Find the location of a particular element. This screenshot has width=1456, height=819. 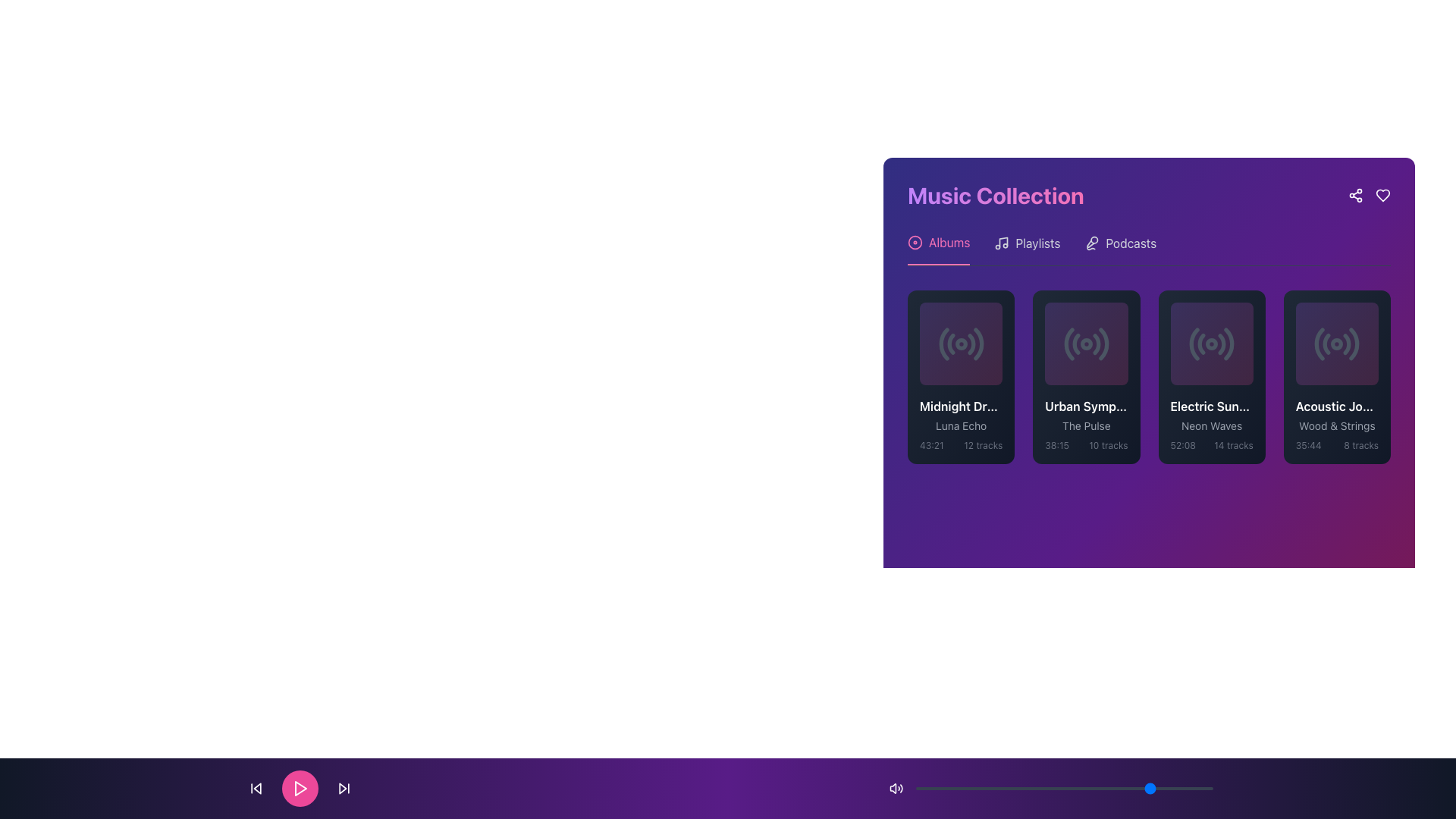

the decorative small circle in the top-right area of the album card's SVG icon, which is the third identifiable element in its hierarchy is located at coordinates (960, 344).